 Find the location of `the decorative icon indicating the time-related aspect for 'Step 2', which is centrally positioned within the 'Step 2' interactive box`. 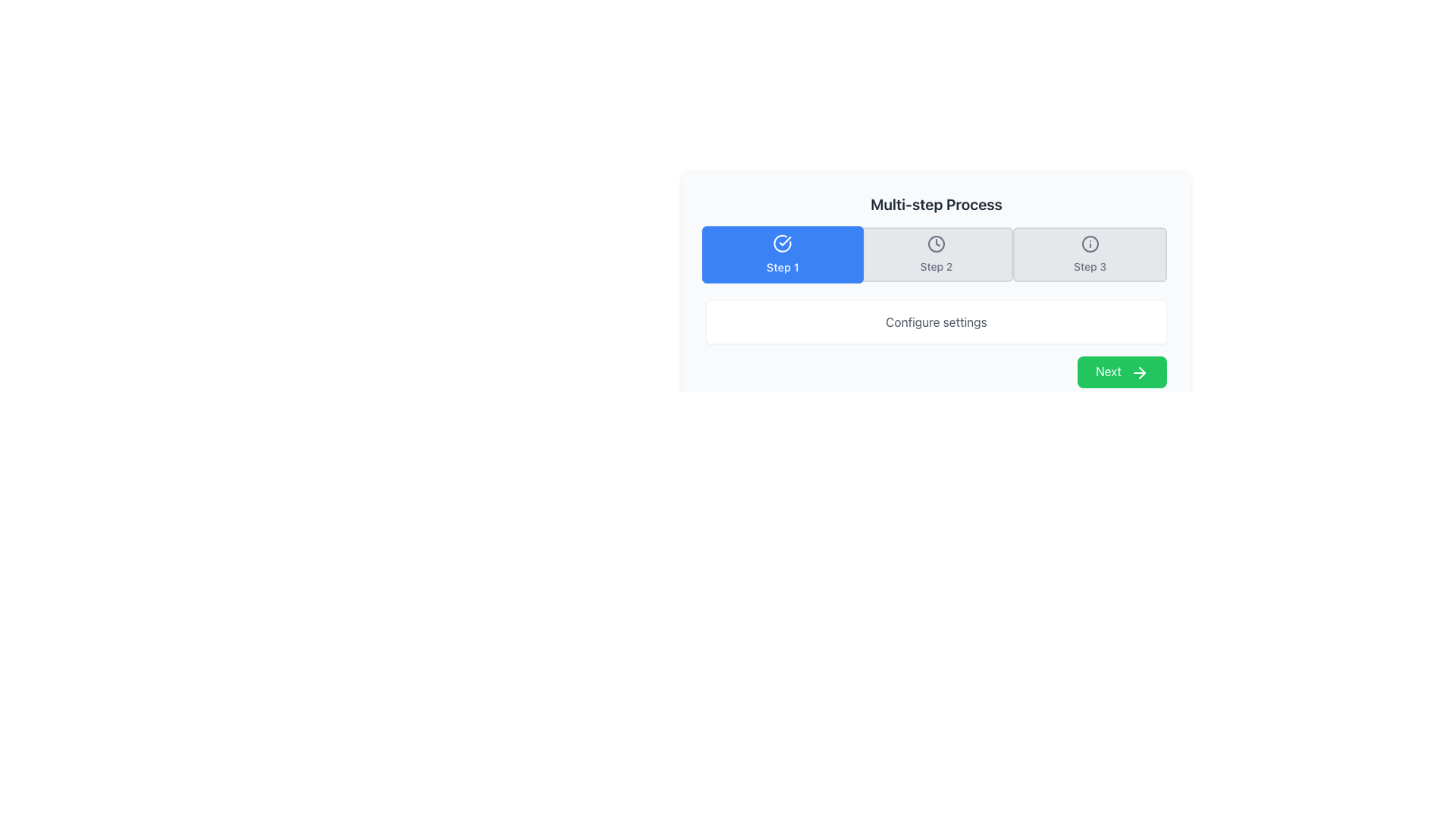

the decorative icon indicating the time-related aspect for 'Step 2', which is centrally positioned within the 'Step 2' interactive box is located at coordinates (935, 243).